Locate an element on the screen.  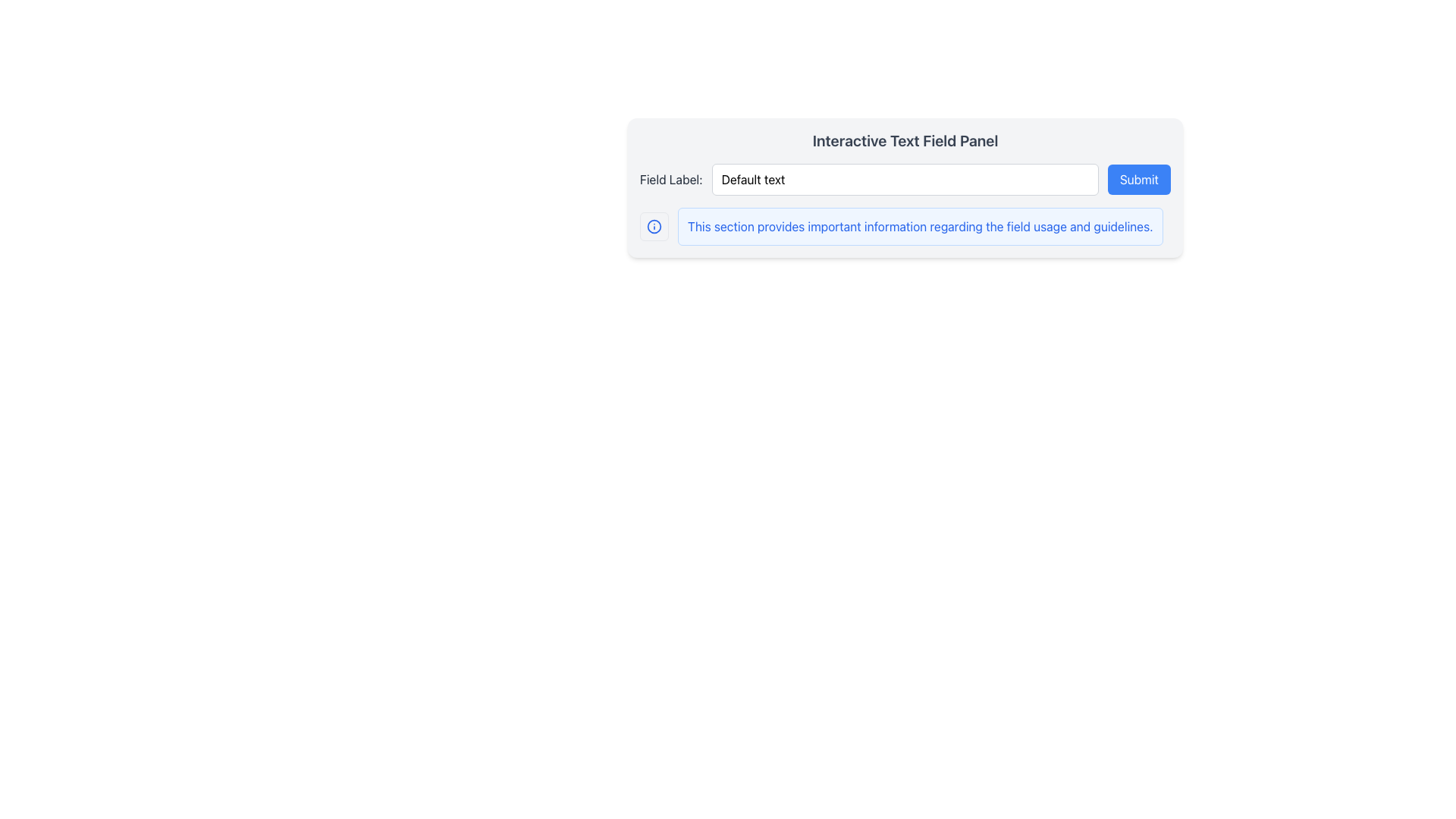
the information icon, which is styled as a circular outline with an 'i' symbol, located near the bottom-left of a rectangular panel is located at coordinates (654, 227).